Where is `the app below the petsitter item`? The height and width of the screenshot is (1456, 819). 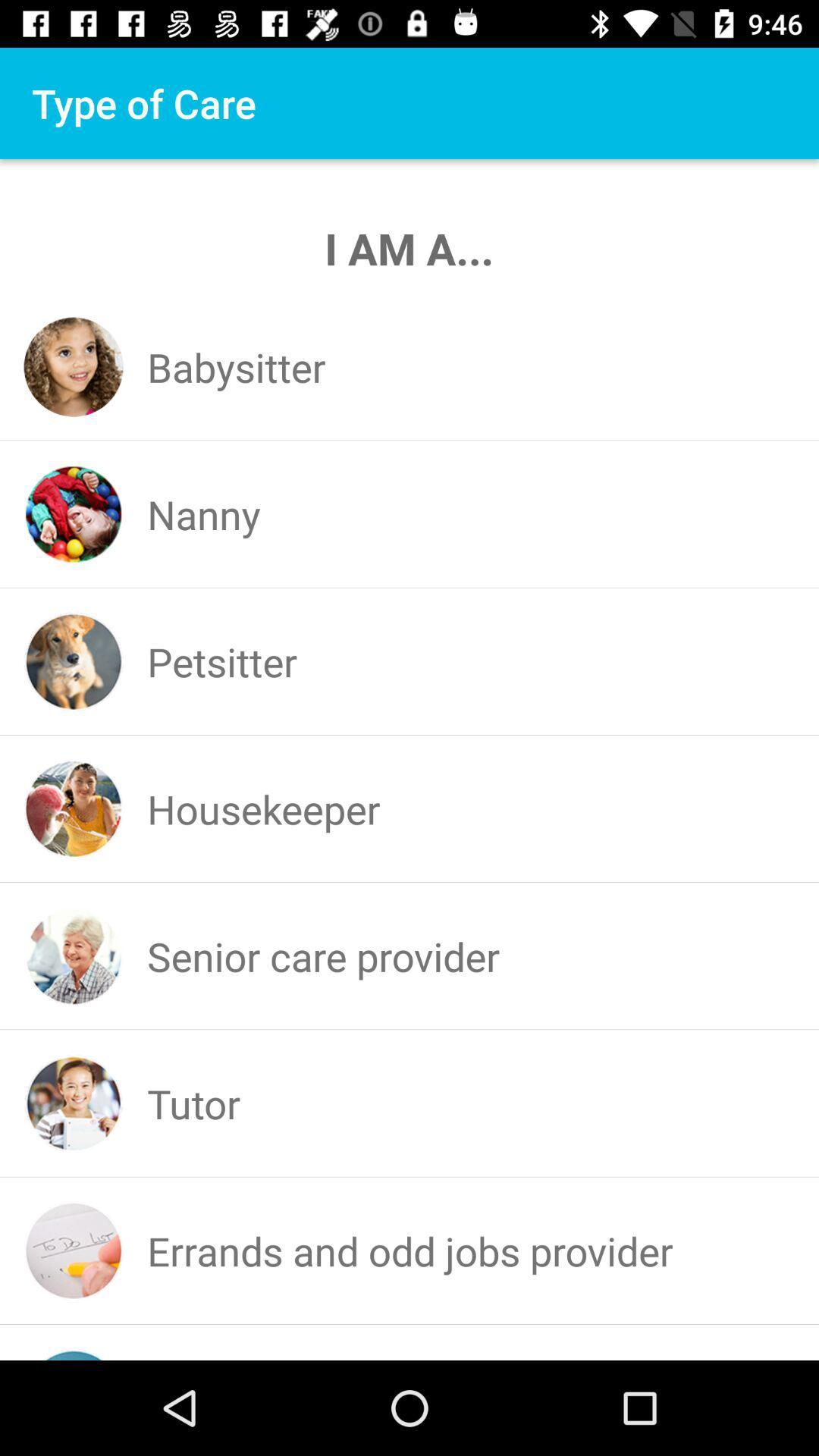 the app below the petsitter item is located at coordinates (262, 808).